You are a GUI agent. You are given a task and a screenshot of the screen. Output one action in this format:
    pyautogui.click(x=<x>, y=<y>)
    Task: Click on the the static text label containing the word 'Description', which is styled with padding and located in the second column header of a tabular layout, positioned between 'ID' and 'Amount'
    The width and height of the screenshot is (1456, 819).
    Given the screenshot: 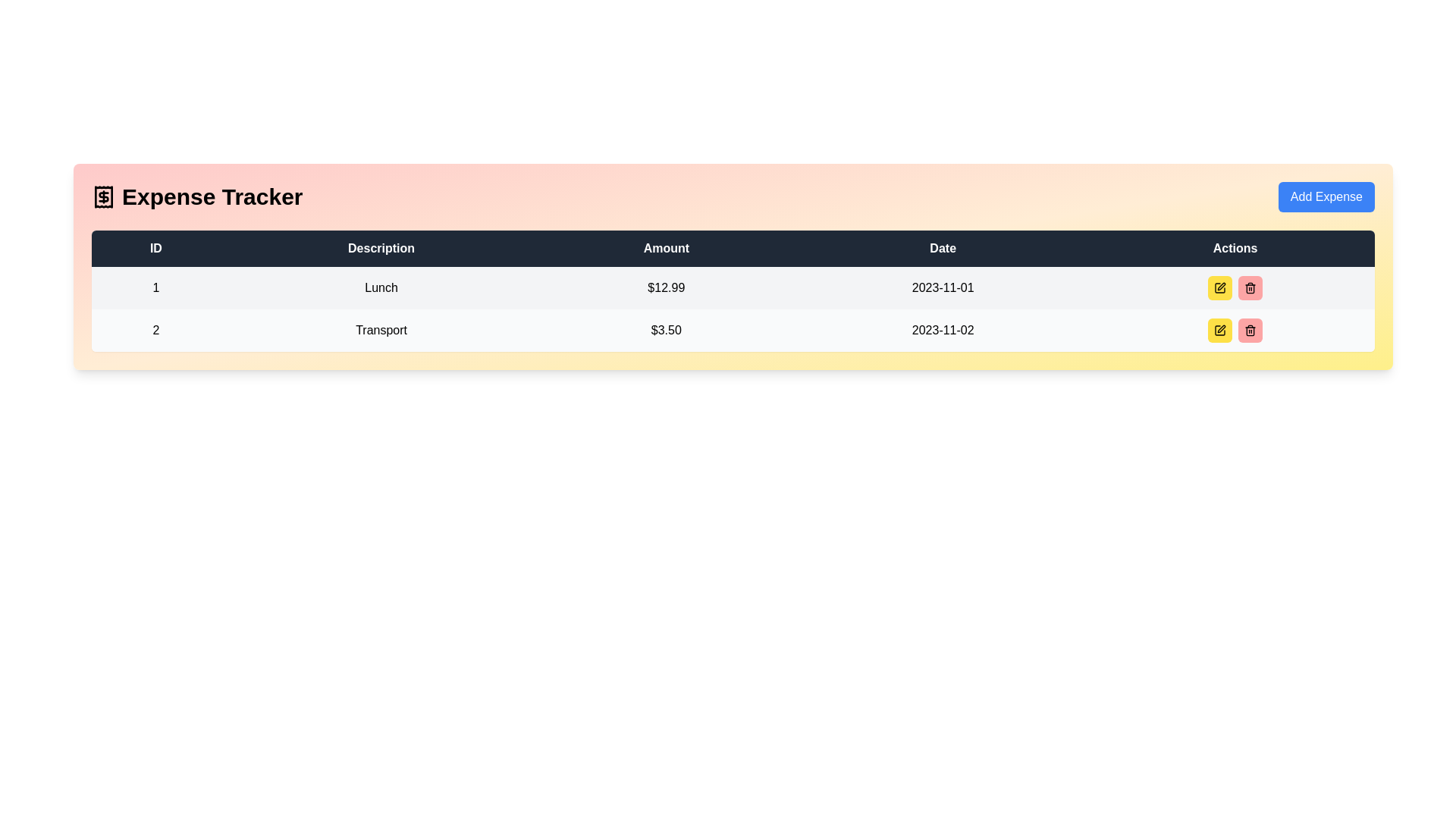 What is the action you would take?
    pyautogui.click(x=381, y=247)
    